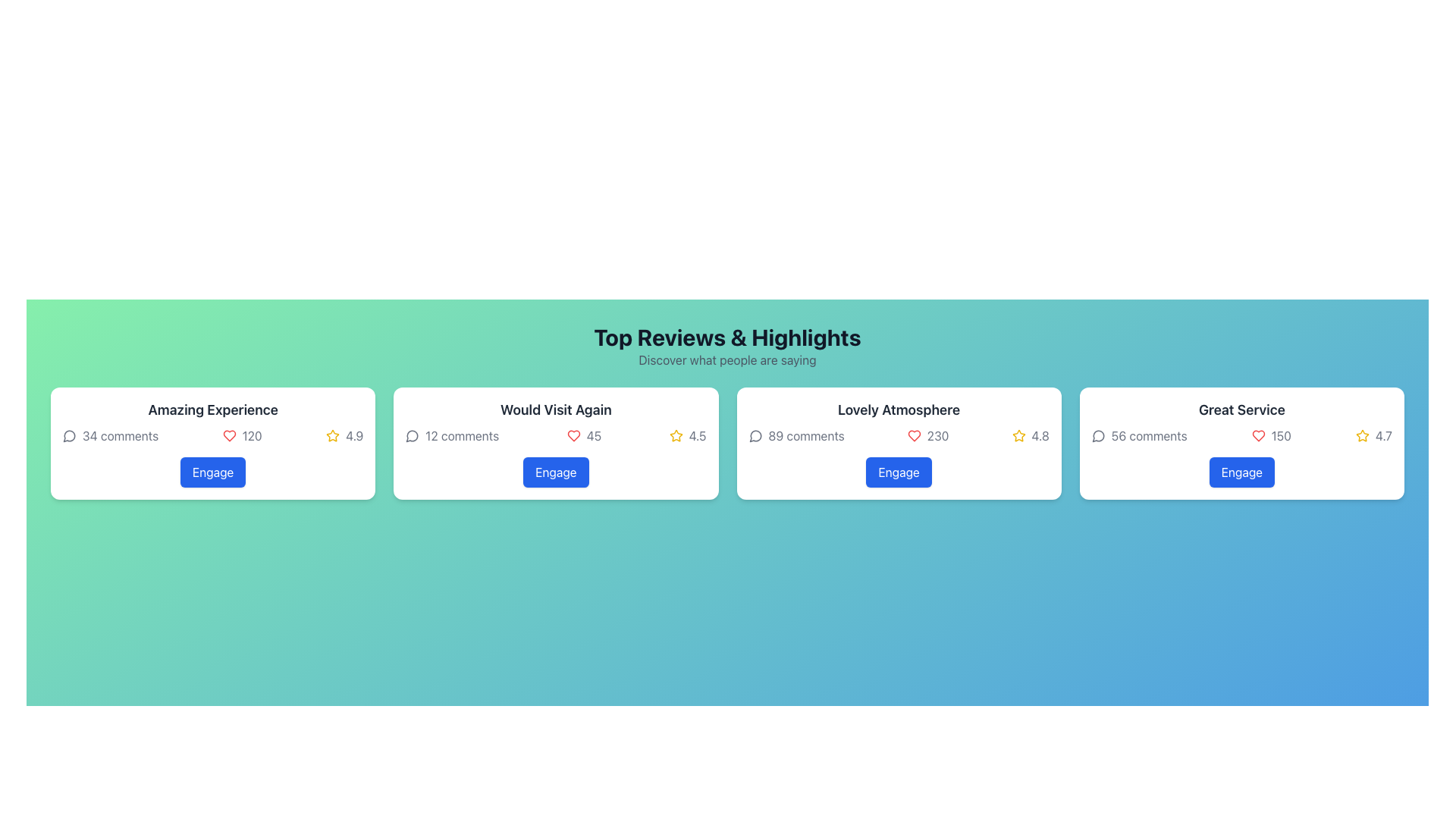 This screenshot has width=1456, height=819. Describe the element at coordinates (1280, 435) in the screenshot. I see `the Text Label indicating the count associated with the heart icon, located in the bottom-right section of the 'Great Service' card` at that location.